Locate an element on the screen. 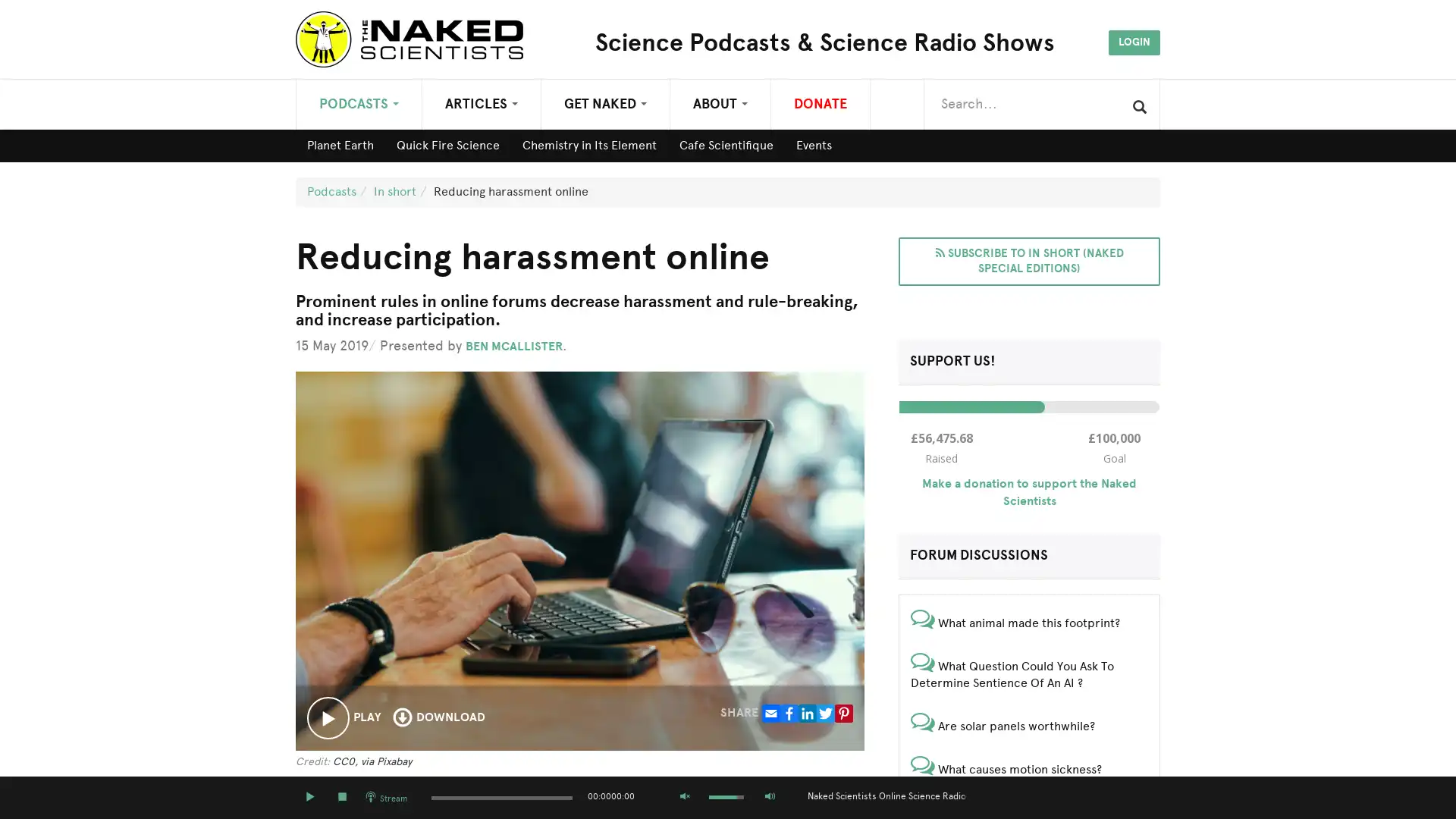  STOP is located at coordinates (341, 797).